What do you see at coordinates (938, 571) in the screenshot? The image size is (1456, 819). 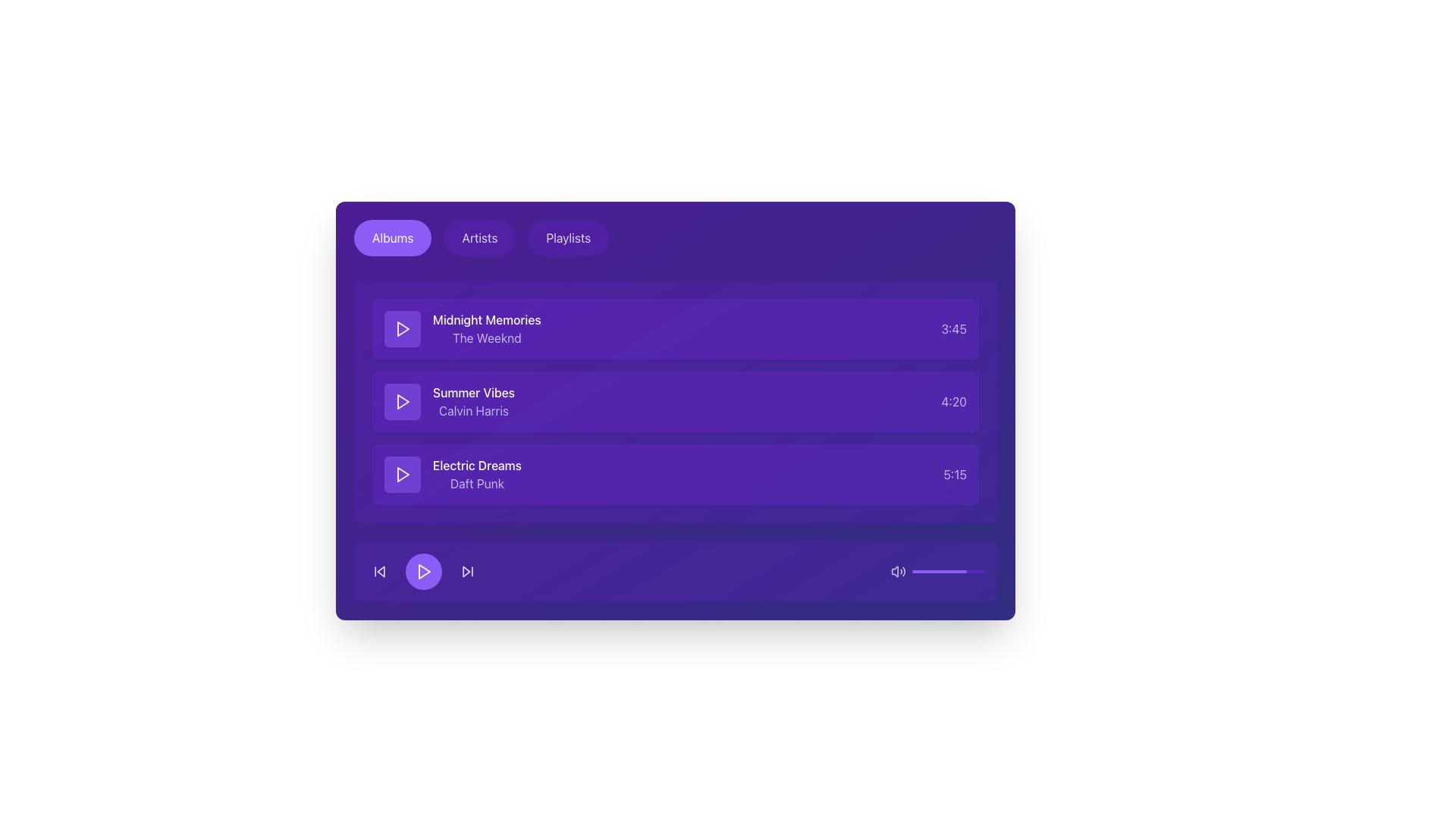 I see `the filled portion of the progress bar indicator, which is a thin, violet gradient bar located at the bottom-right corner of the user interface` at bounding box center [938, 571].